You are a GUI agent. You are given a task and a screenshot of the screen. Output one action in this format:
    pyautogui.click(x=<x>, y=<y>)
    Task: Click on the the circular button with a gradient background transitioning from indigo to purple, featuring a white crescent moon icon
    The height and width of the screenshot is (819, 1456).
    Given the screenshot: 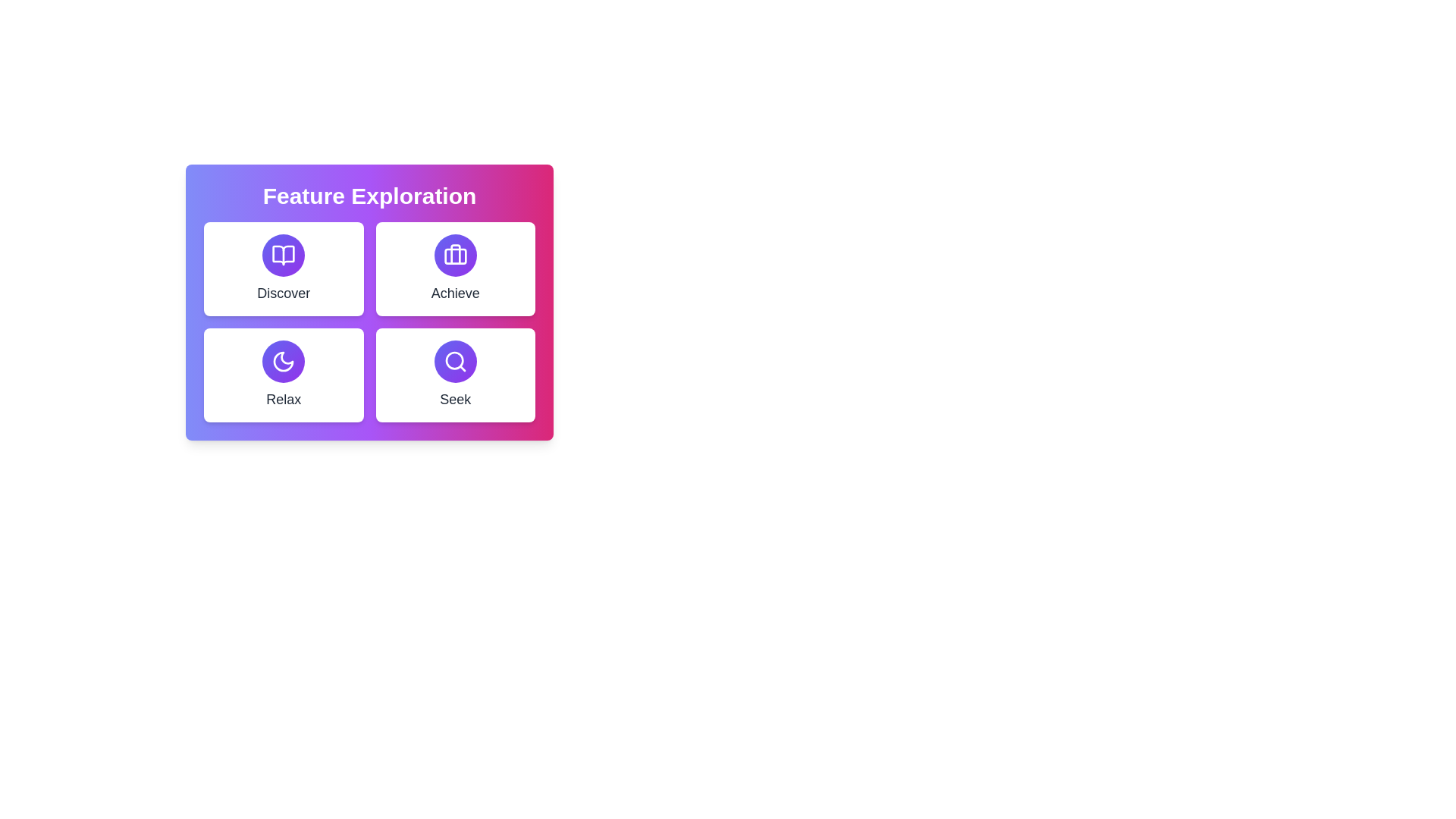 What is the action you would take?
    pyautogui.click(x=284, y=362)
    